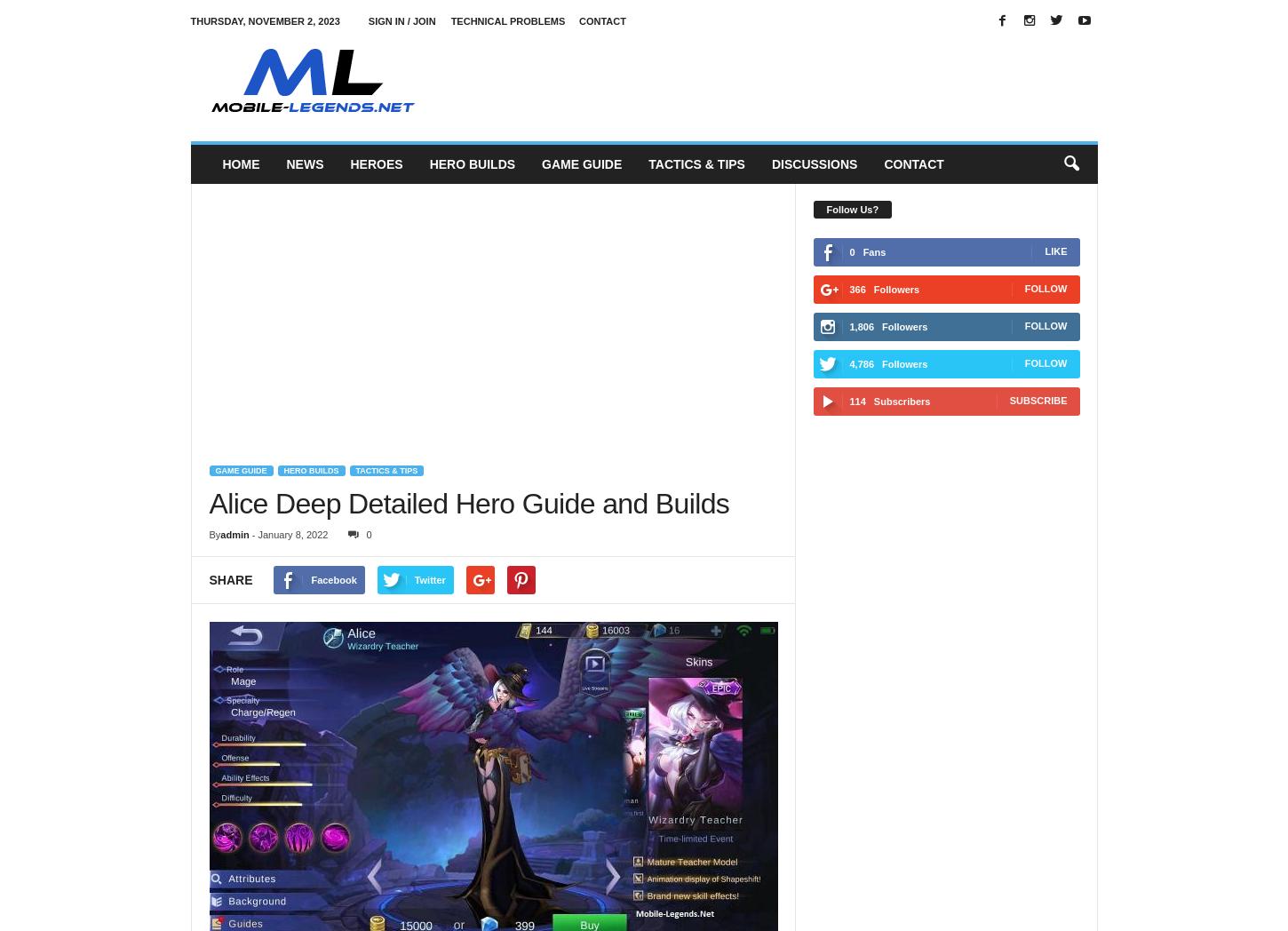 The height and width of the screenshot is (931, 1288). I want to click on 'Technical Problems', so click(504, 20).